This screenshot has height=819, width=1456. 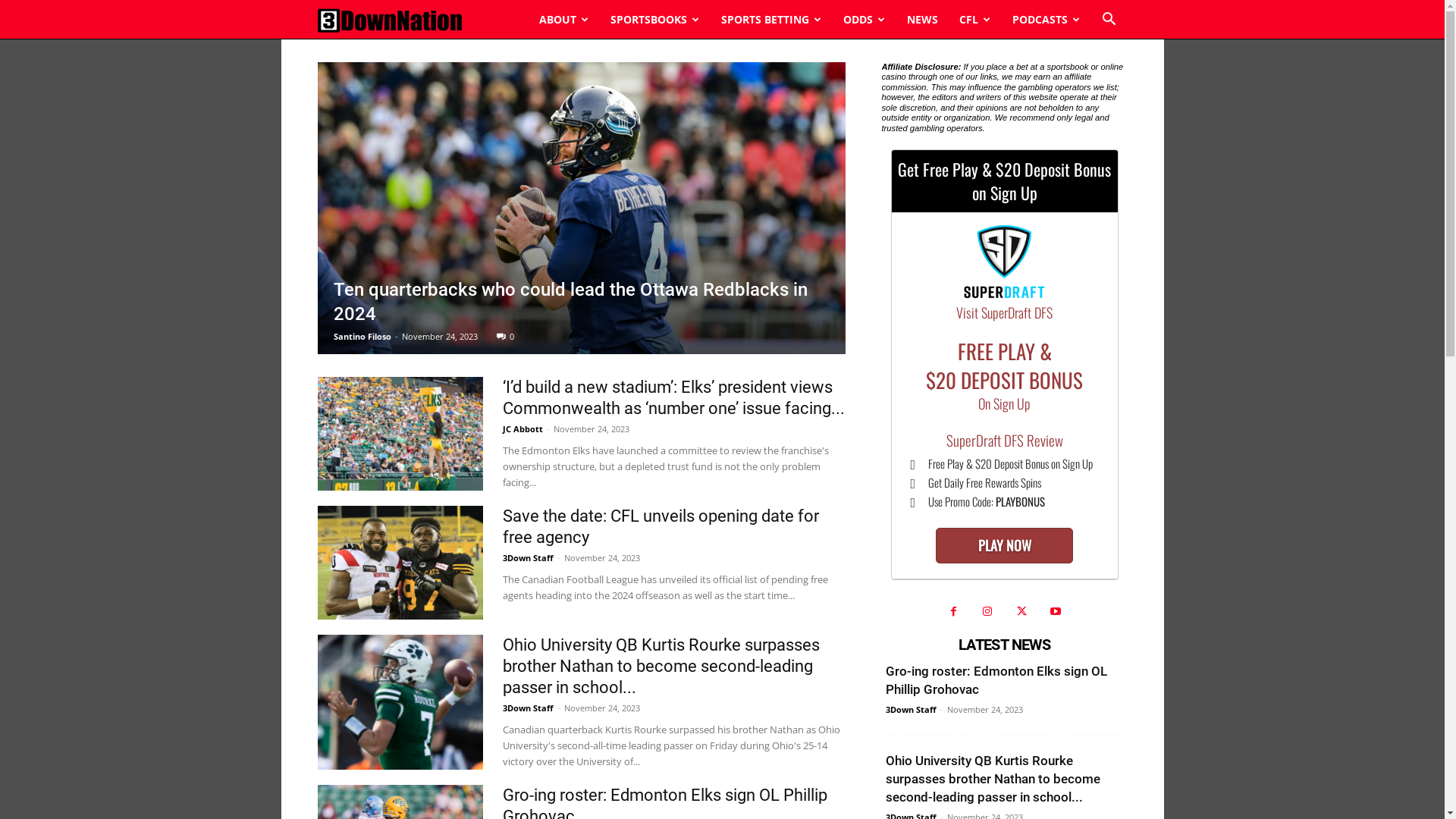 I want to click on 'Visit SuperDraft DFS', so click(x=1004, y=312).